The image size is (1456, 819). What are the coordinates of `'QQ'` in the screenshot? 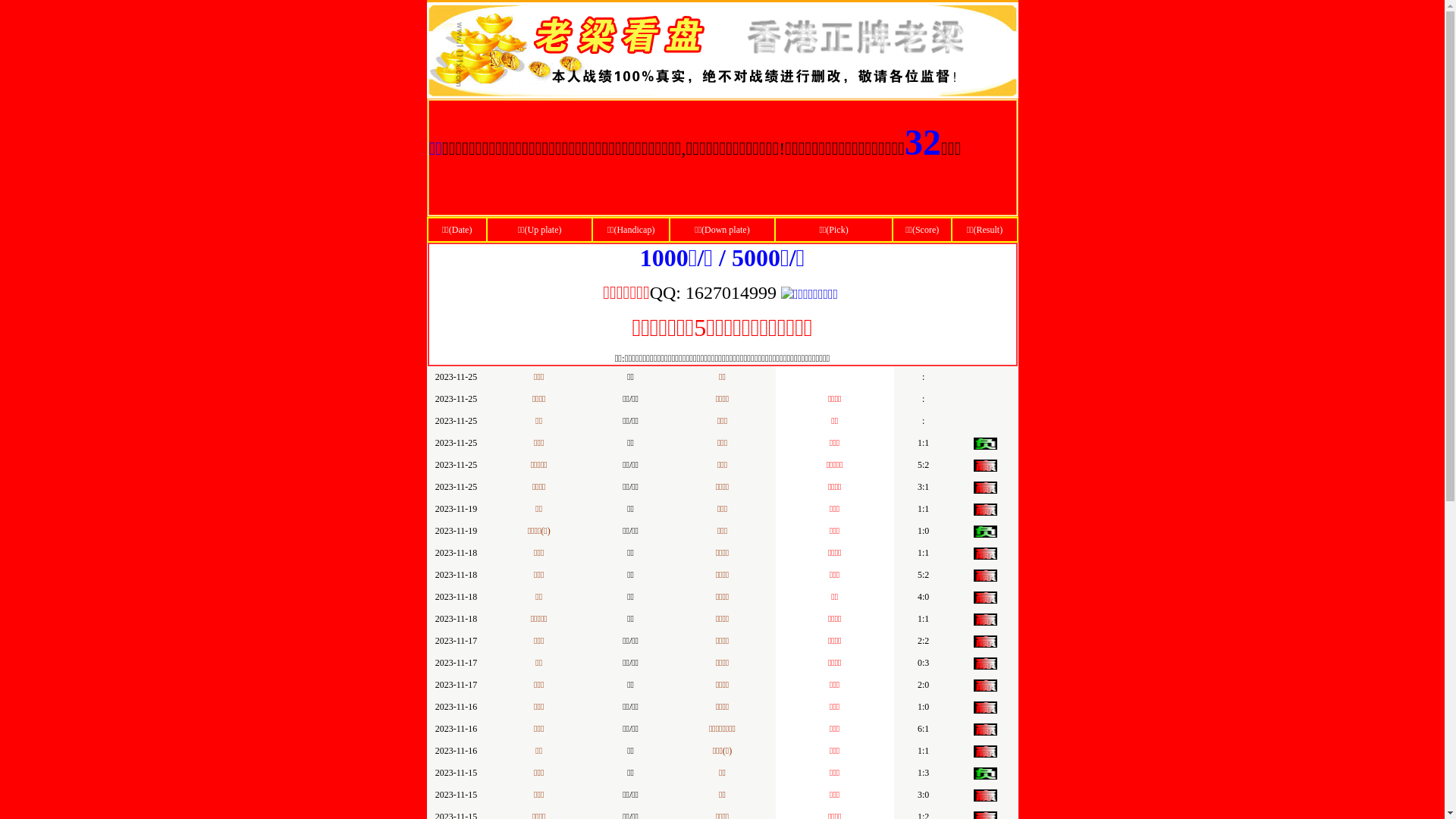 It's located at (650, 294).